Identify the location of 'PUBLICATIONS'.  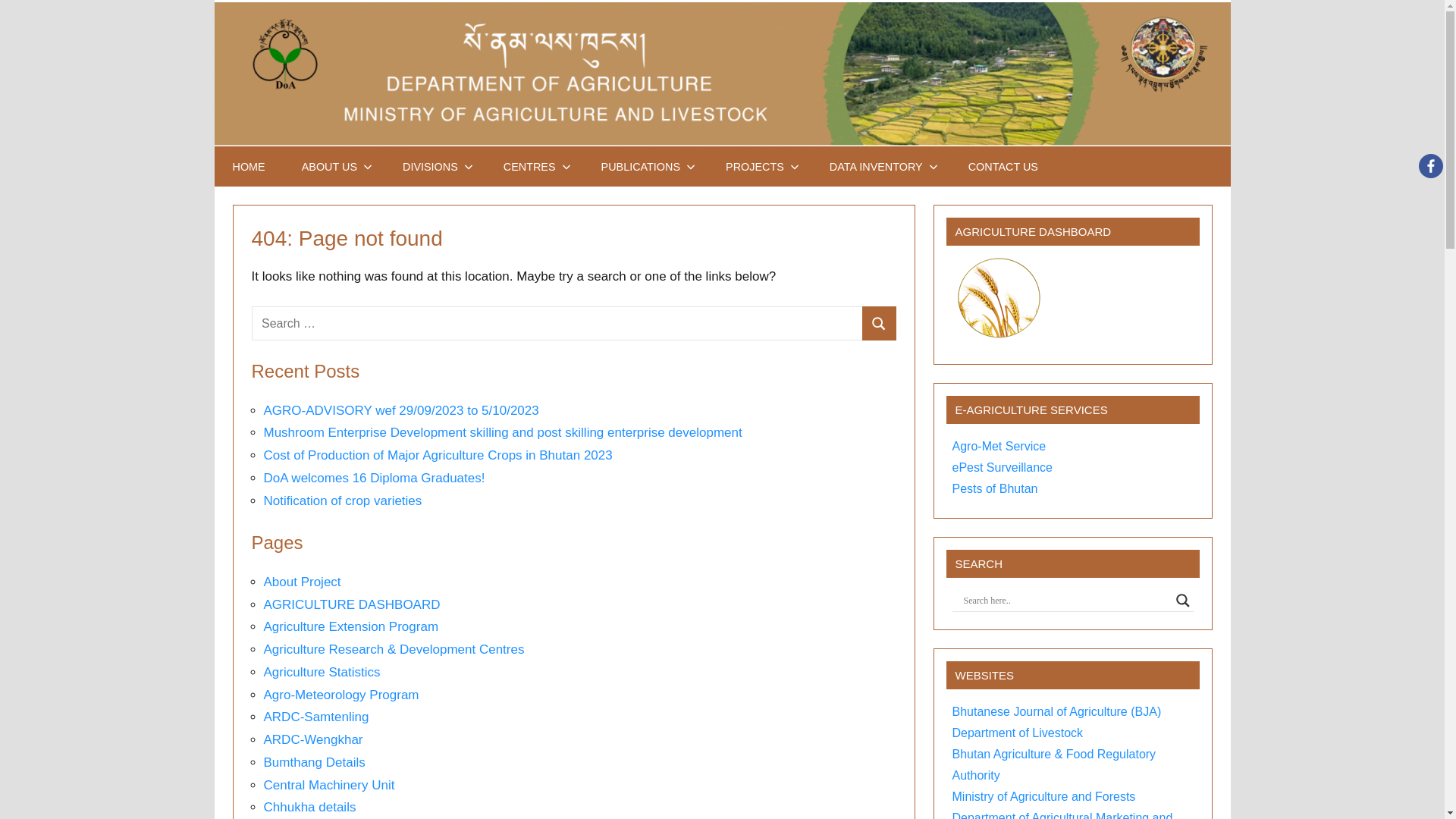
(645, 166).